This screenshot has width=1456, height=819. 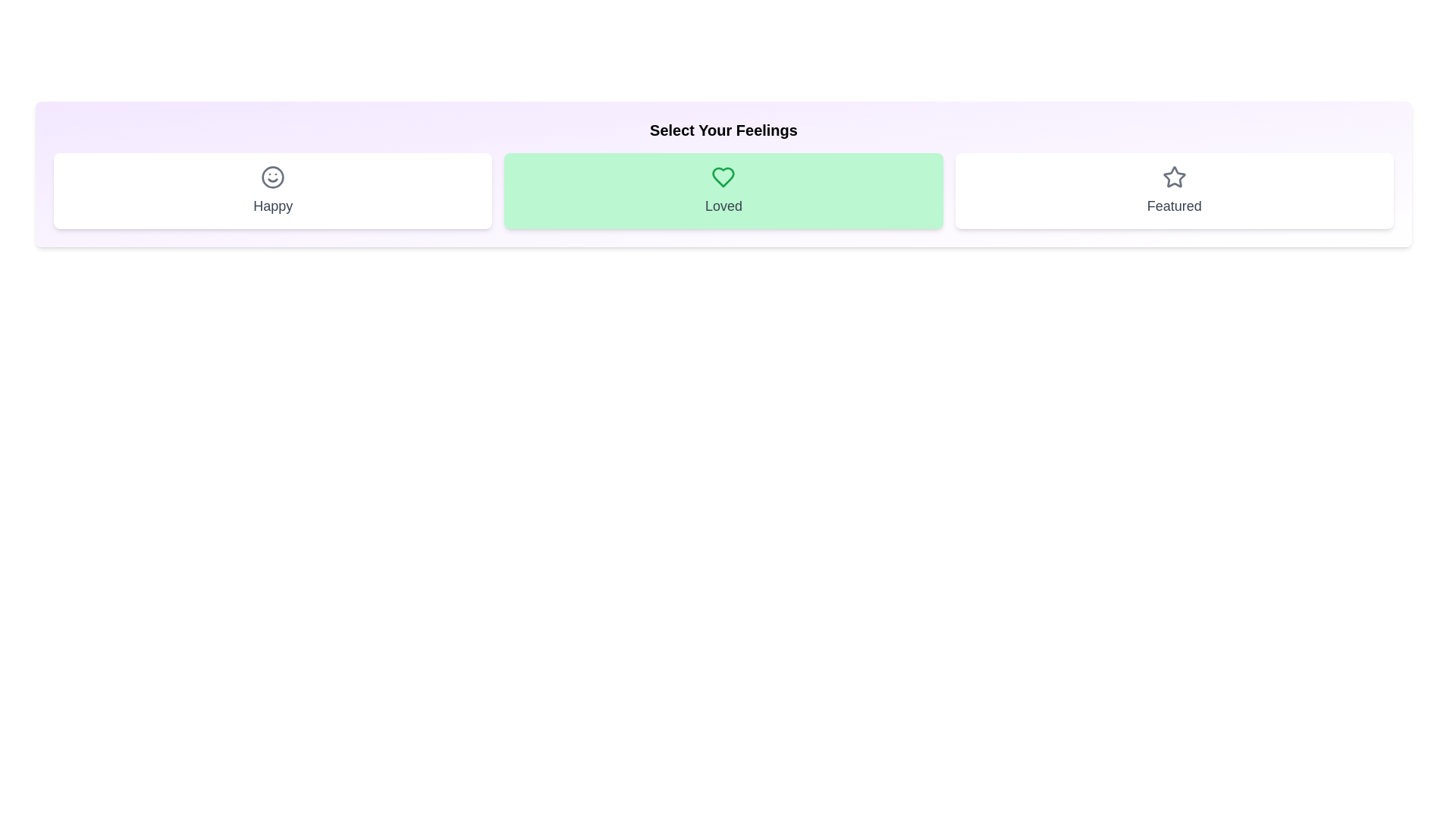 I want to click on the icon of the Loved chip, so click(x=723, y=177).